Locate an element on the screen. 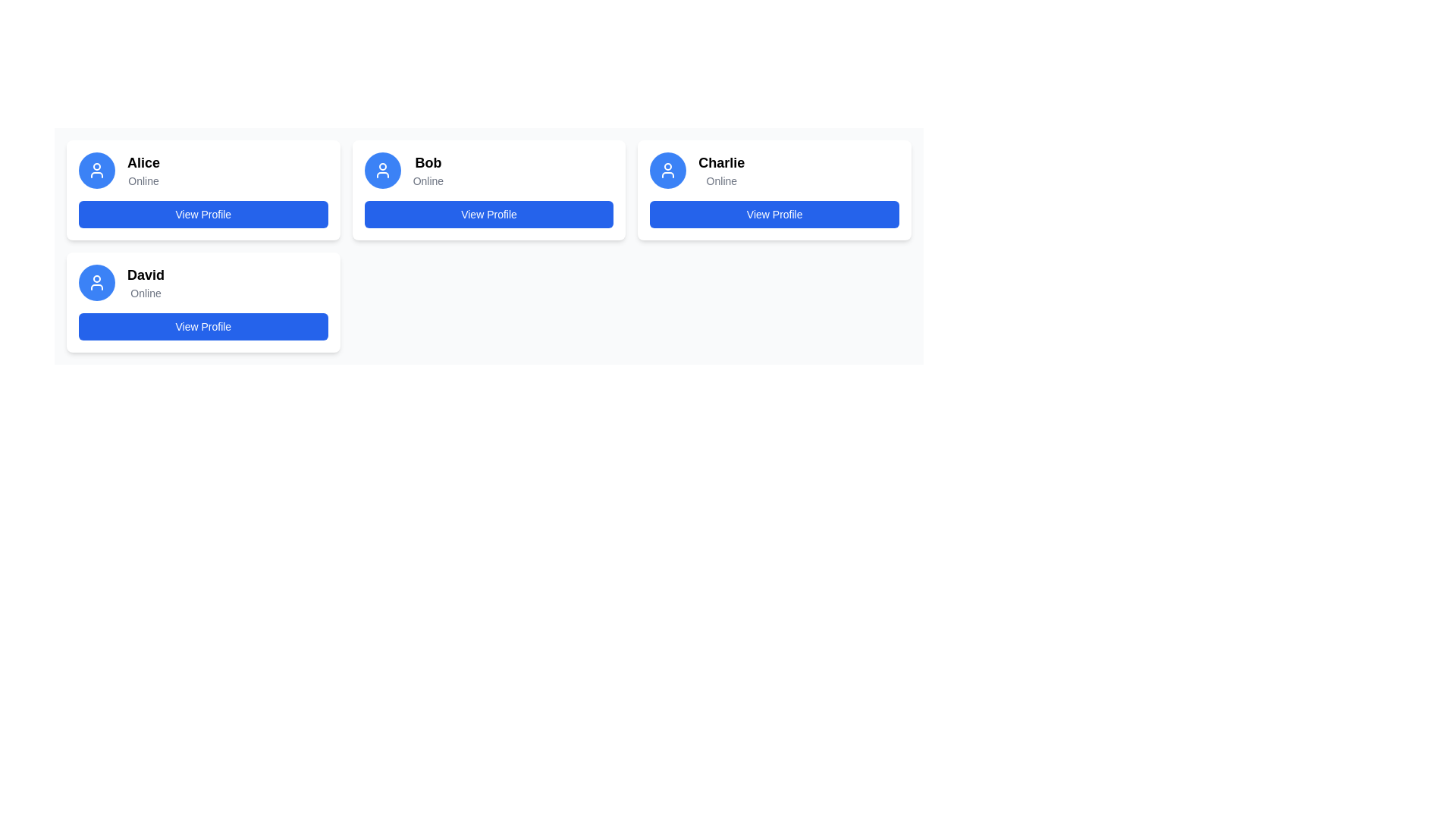 The height and width of the screenshot is (819, 1456). the user profile icon represented as a circular icon with a person's bust outline, located at the top-right corner of the card labeled 'Bob', which is the second card in the grid structure is located at coordinates (382, 170).